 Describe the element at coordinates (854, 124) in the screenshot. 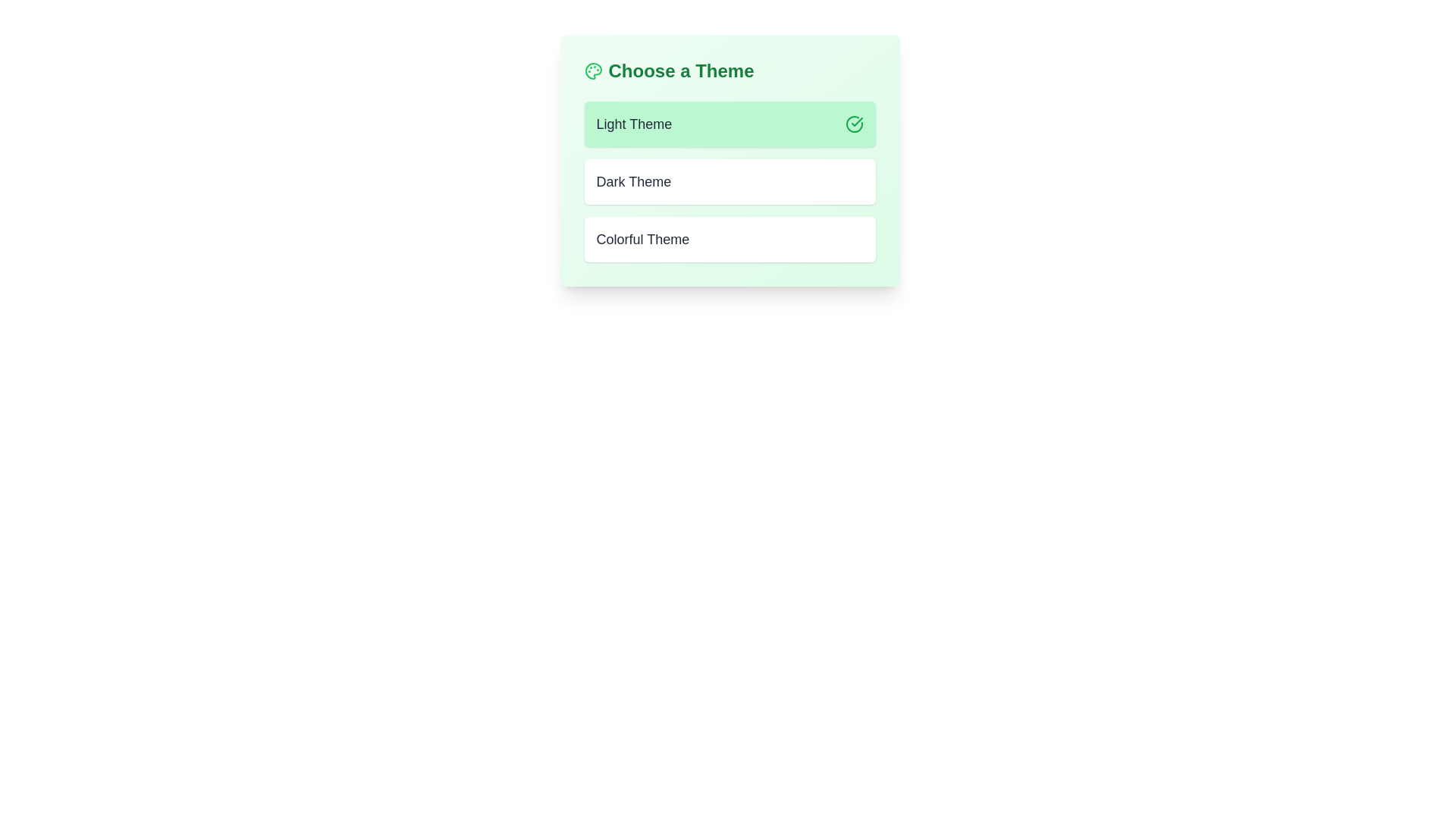

I see `the round green checkmark icon located to the right of the 'Light Theme' text` at that location.